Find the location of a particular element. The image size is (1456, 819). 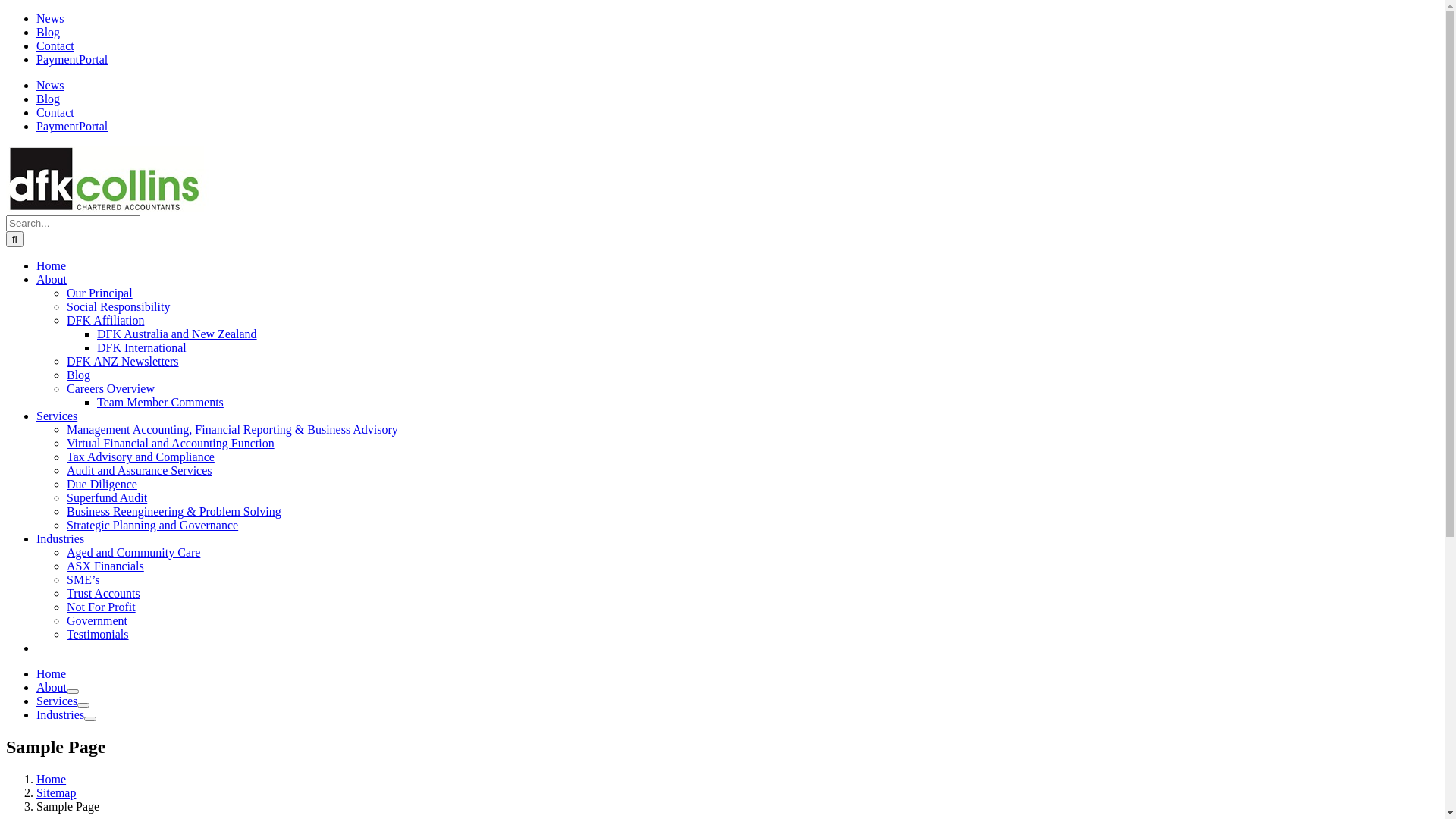

'DFK ANZ Newsletters' is located at coordinates (123, 361).